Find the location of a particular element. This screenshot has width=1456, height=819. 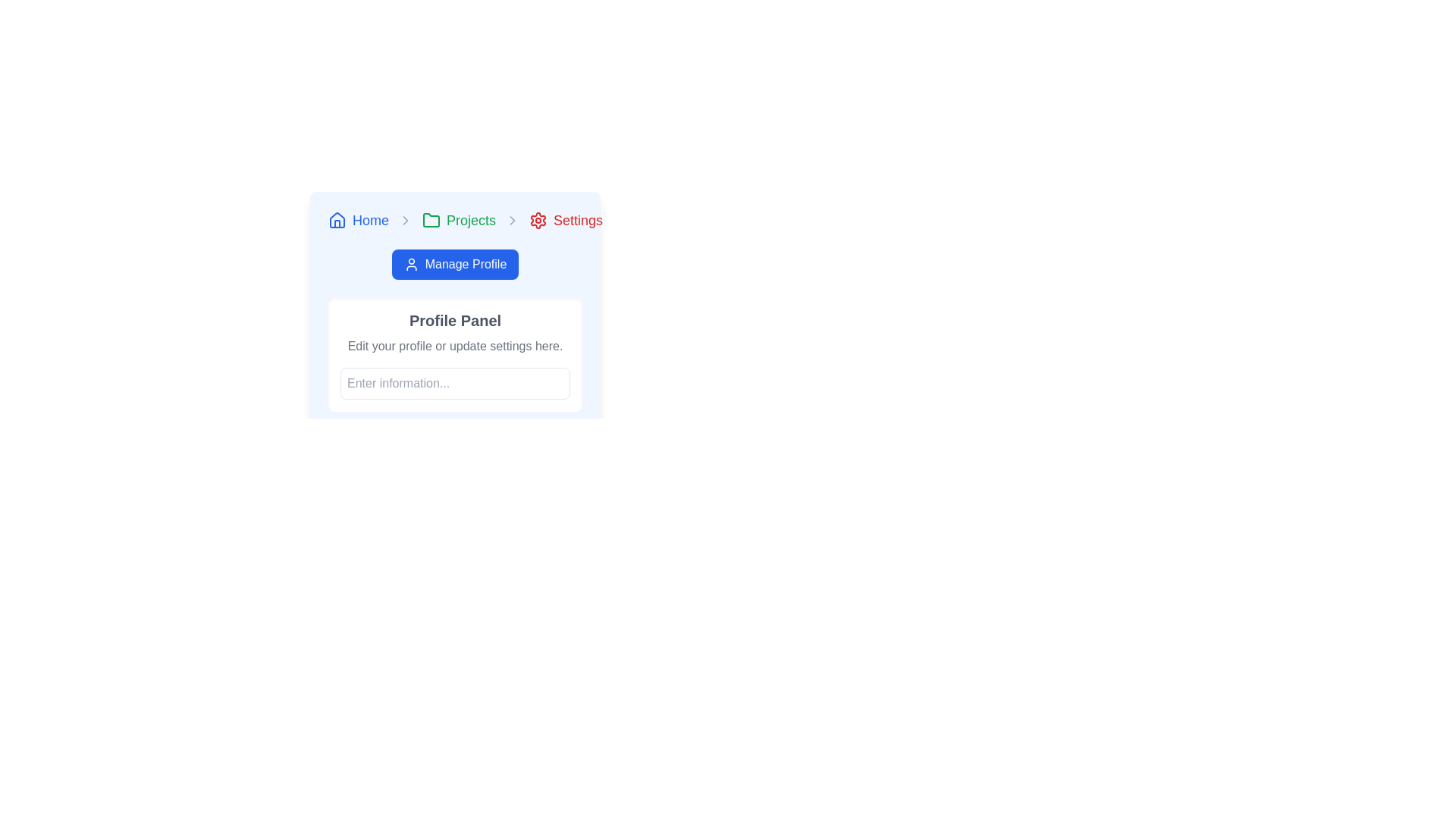

the title text element located at the top-center of the white panel with rounded corners and shadow effect is located at coordinates (454, 320).